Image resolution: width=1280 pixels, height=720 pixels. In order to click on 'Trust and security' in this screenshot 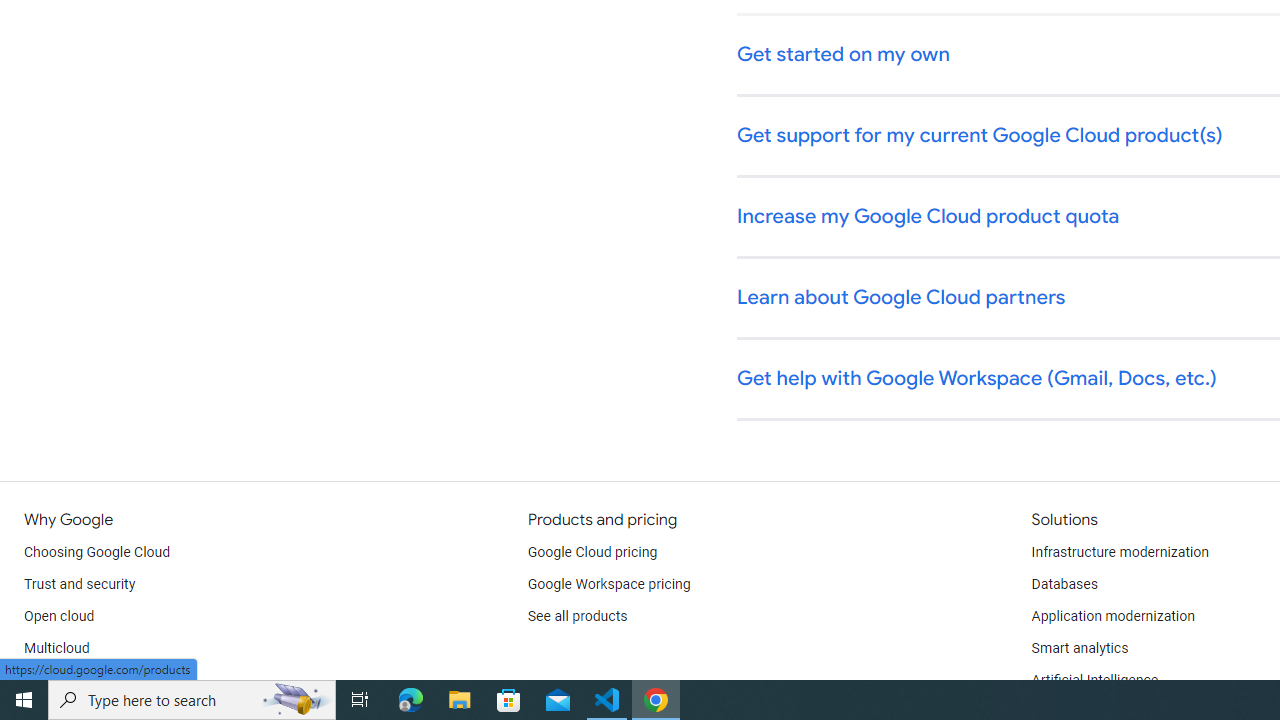, I will do `click(80, 585)`.